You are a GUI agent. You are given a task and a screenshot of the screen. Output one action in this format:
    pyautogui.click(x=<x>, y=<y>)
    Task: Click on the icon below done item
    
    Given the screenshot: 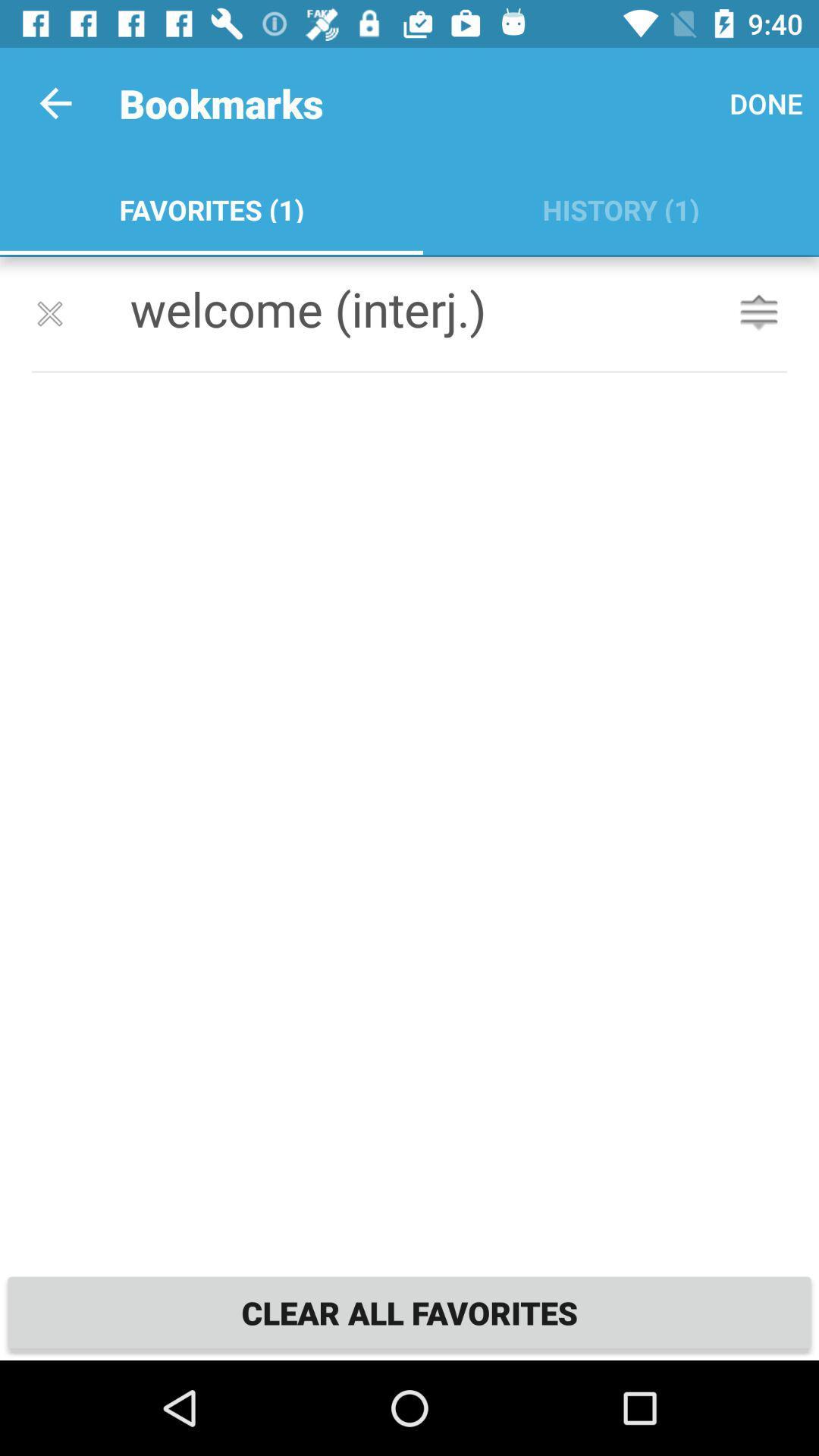 What is the action you would take?
    pyautogui.click(x=620, y=206)
    